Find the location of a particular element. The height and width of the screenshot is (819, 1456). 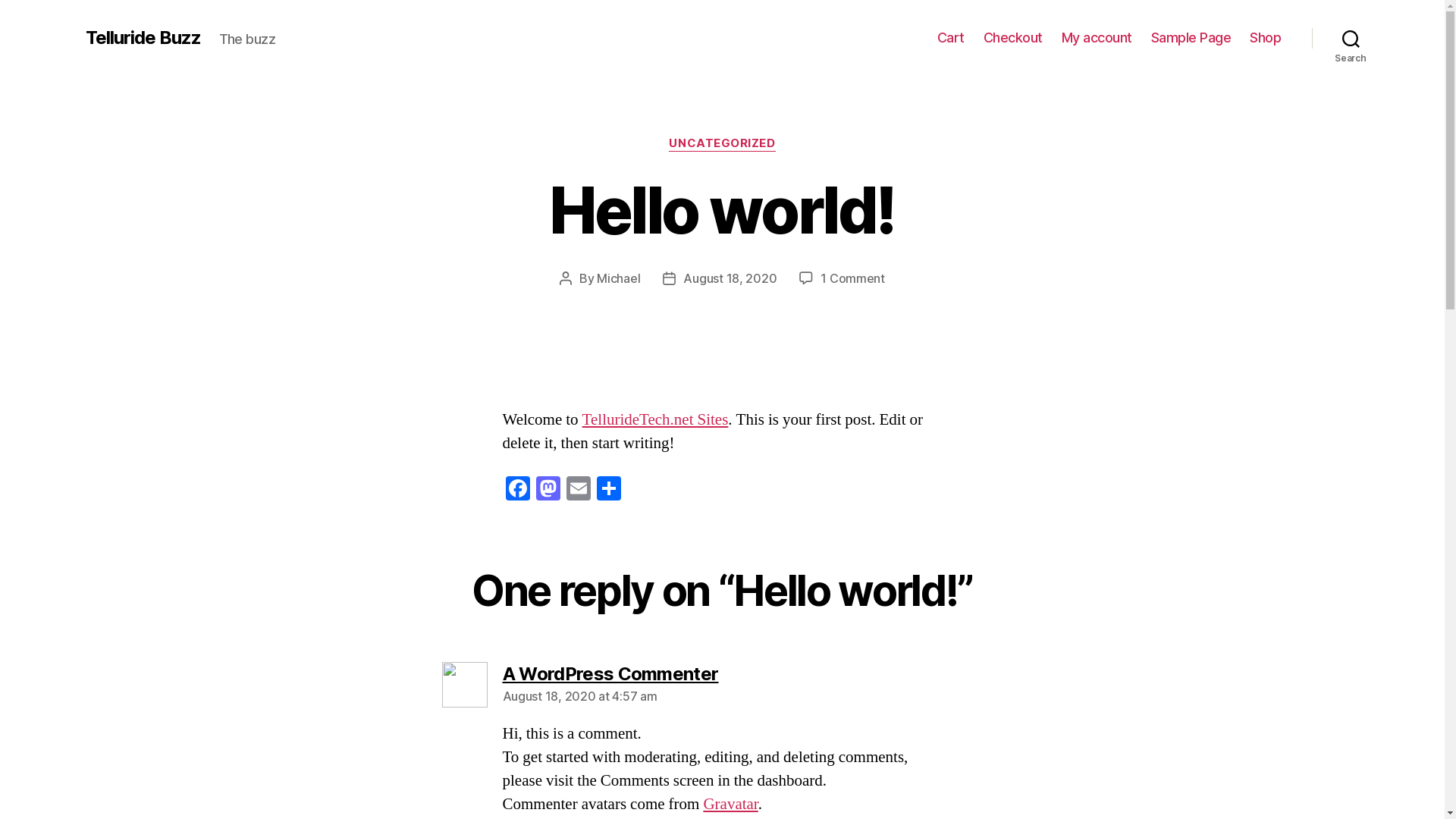

'August 18, 2020 at 4:57 am' is located at coordinates (578, 696).